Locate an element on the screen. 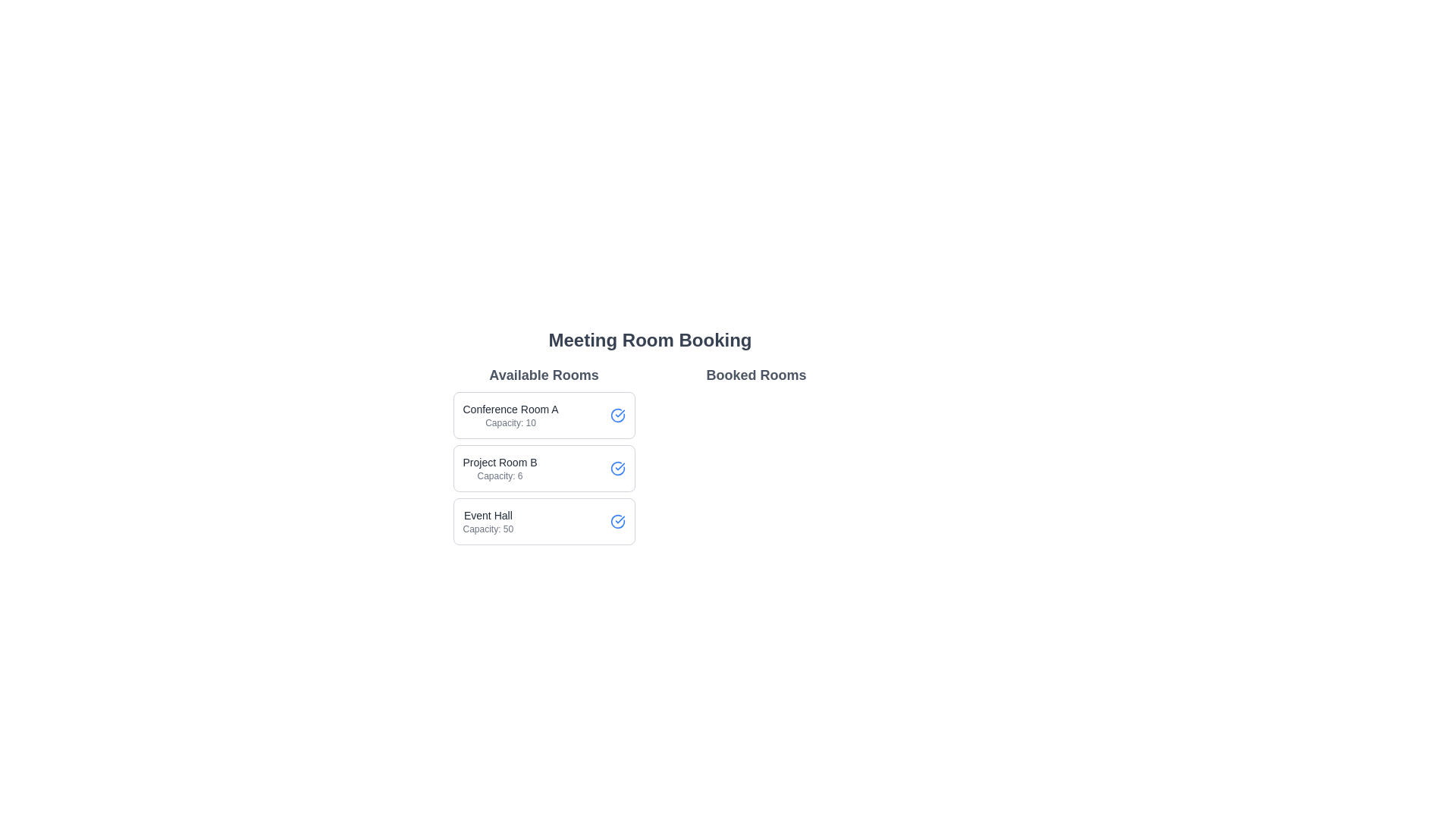 This screenshot has width=1456, height=819. the circular checkmark icon within the 'Event Hall' card under the 'Available Rooms' section, which indicates that this room is booked is located at coordinates (617, 520).